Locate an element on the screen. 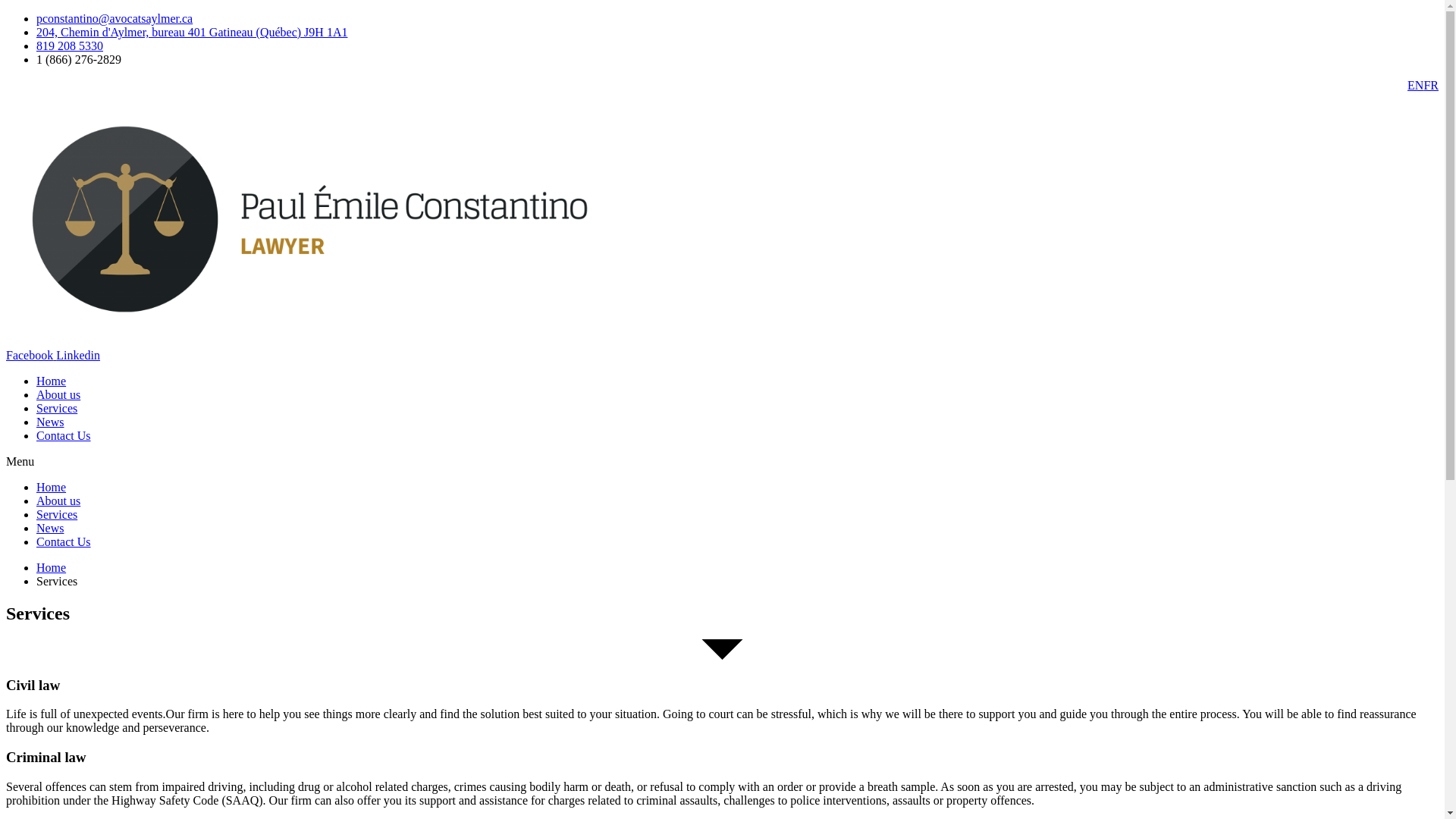  'Contact Us' is located at coordinates (62, 541).